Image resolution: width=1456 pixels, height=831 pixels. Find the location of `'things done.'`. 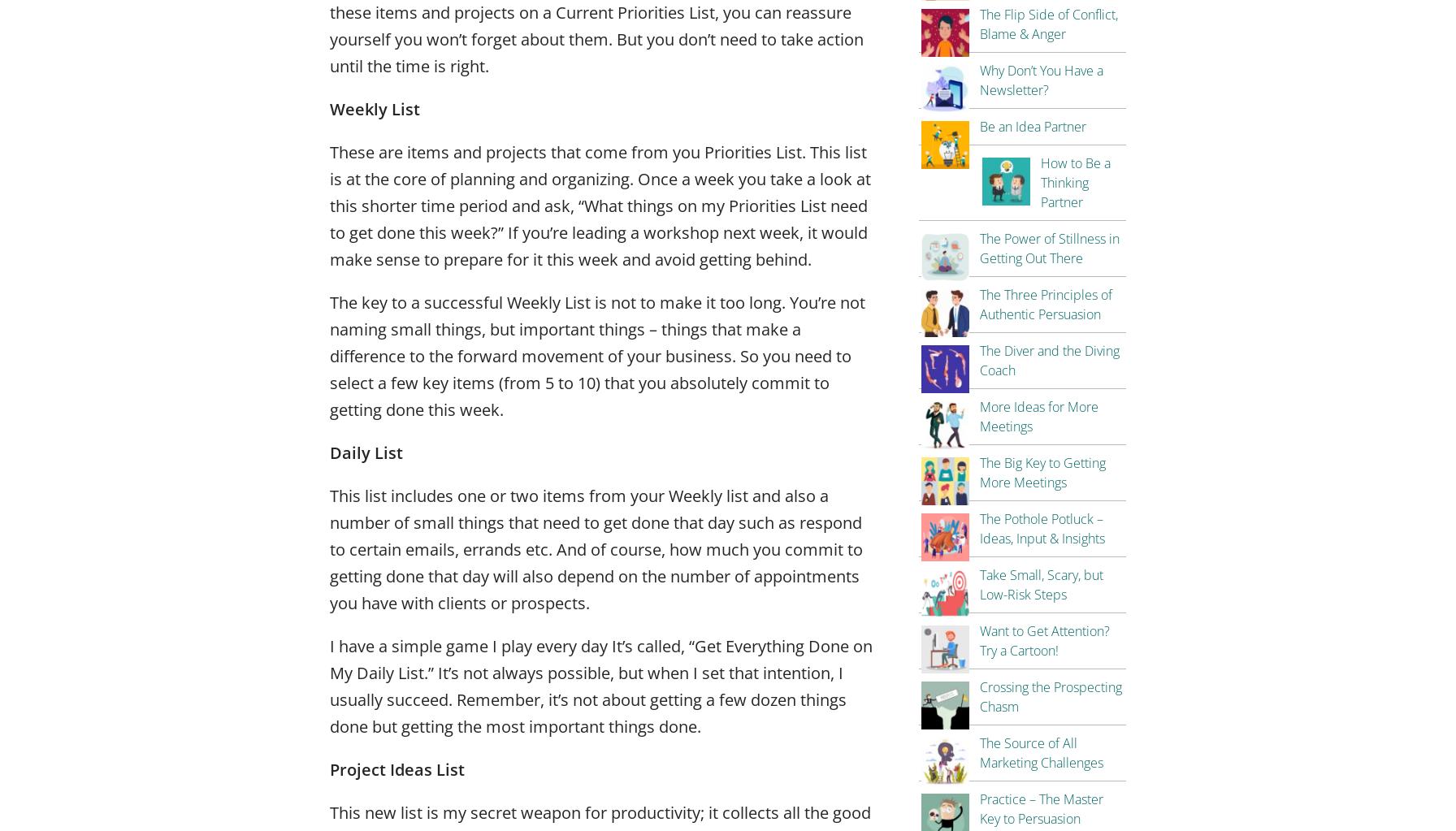

'things done.' is located at coordinates (652, 725).